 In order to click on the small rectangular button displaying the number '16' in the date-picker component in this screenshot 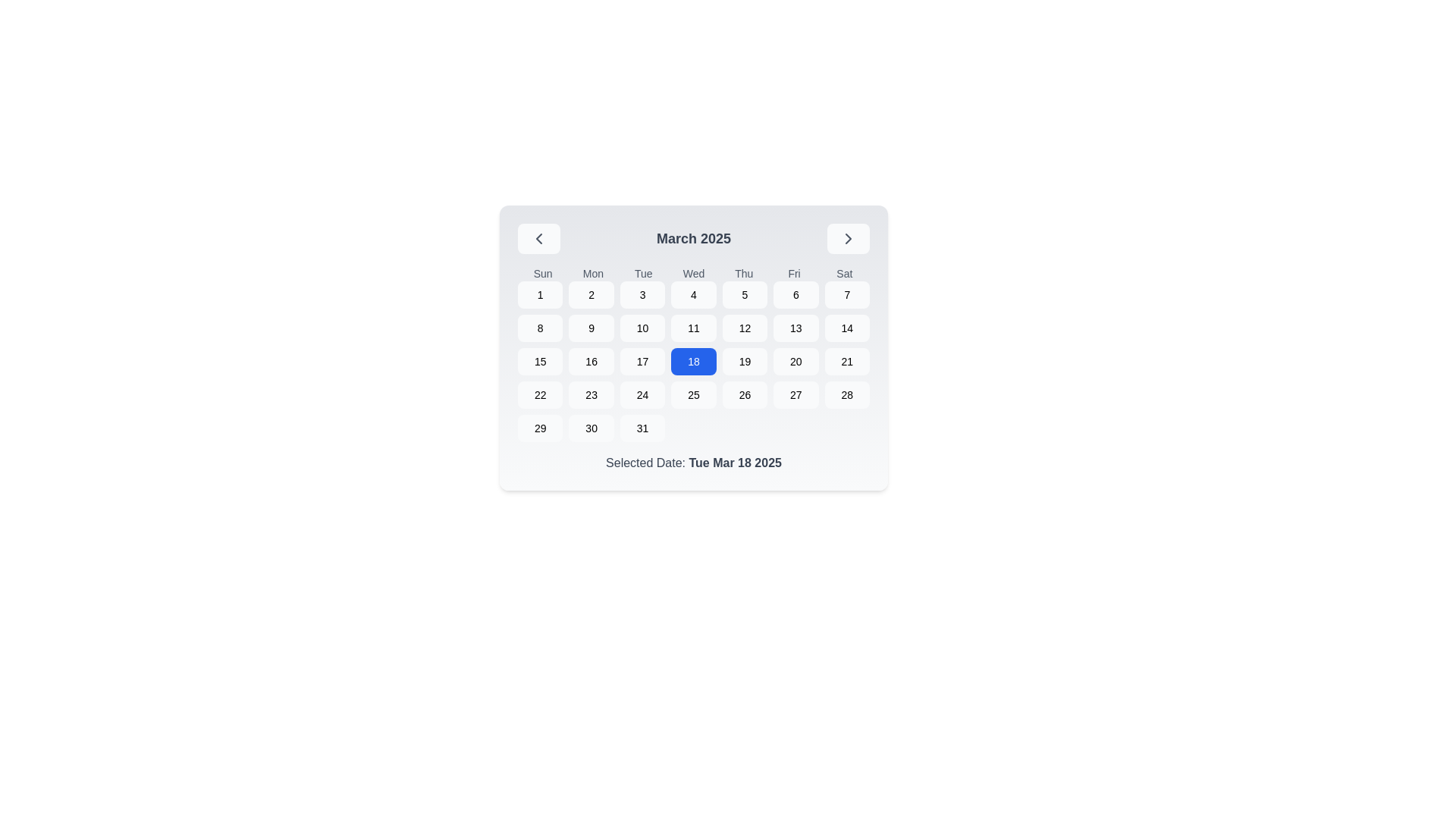, I will do `click(591, 362)`.